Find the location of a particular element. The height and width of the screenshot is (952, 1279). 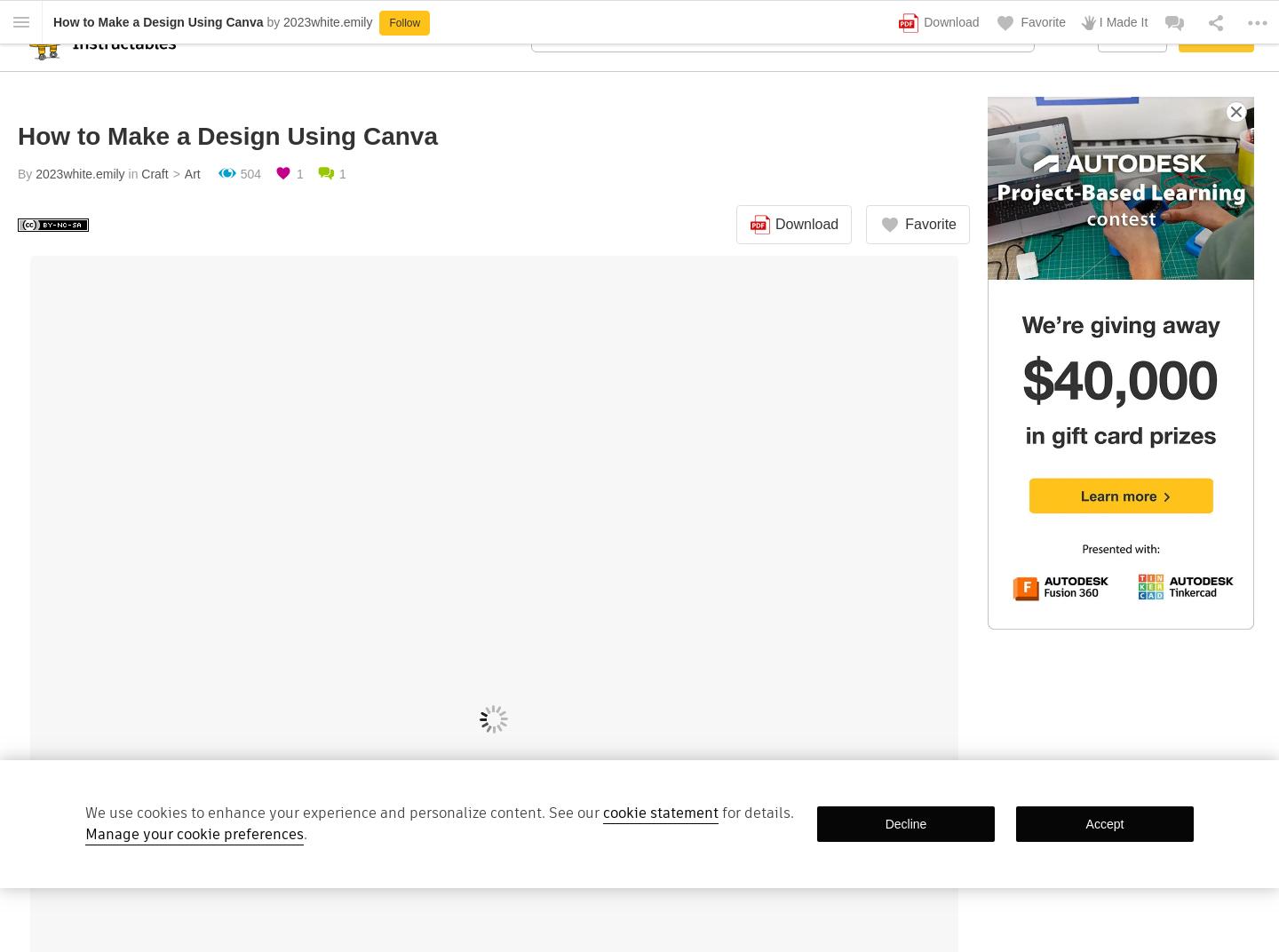

'Manage your cookie preferences' is located at coordinates (195, 833).